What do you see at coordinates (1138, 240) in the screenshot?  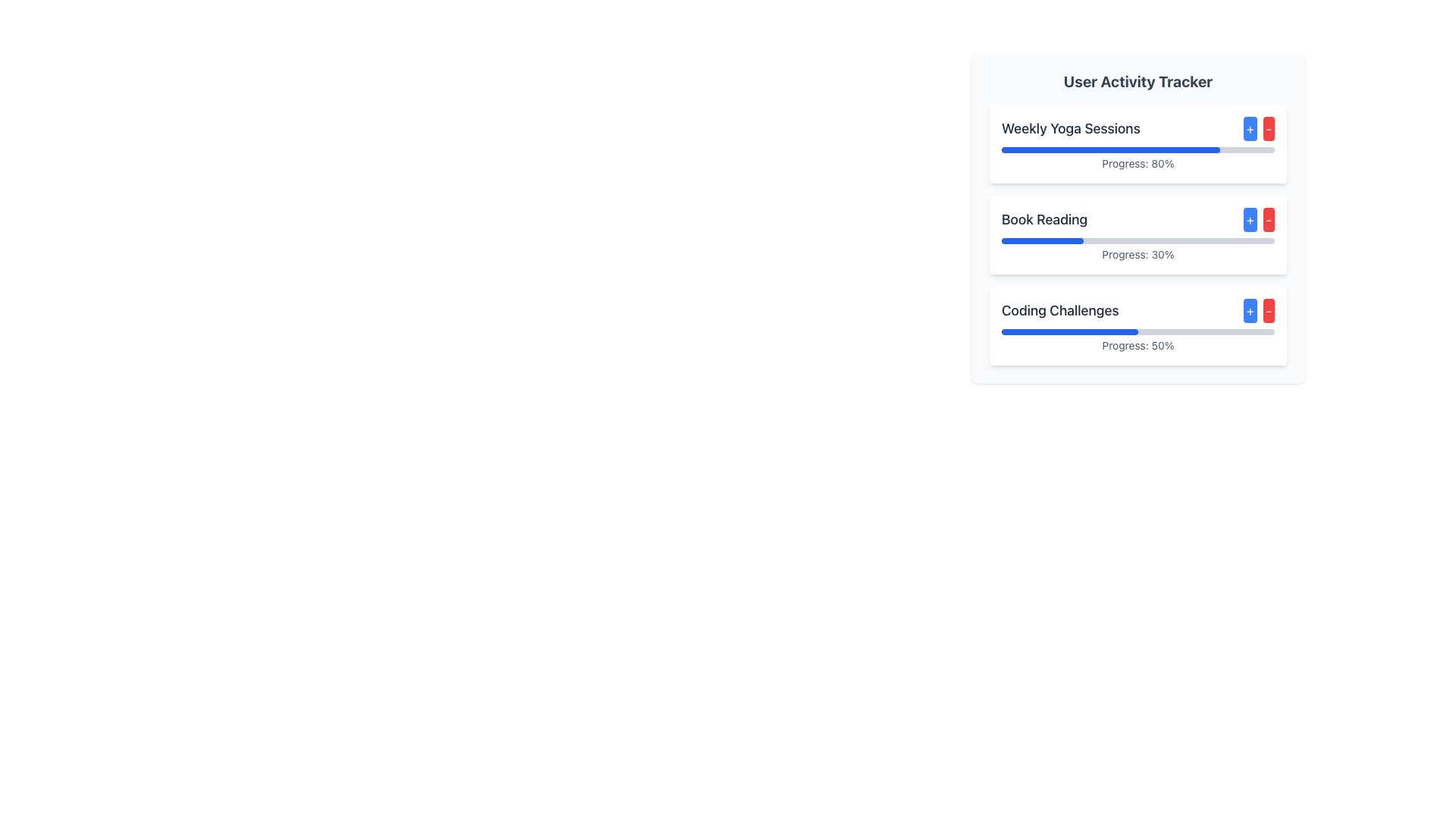 I see `the horizontal progress bar indicating 30% progress in the 'Book Reading' section of the user activity tracker` at bounding box center [1138, 240].